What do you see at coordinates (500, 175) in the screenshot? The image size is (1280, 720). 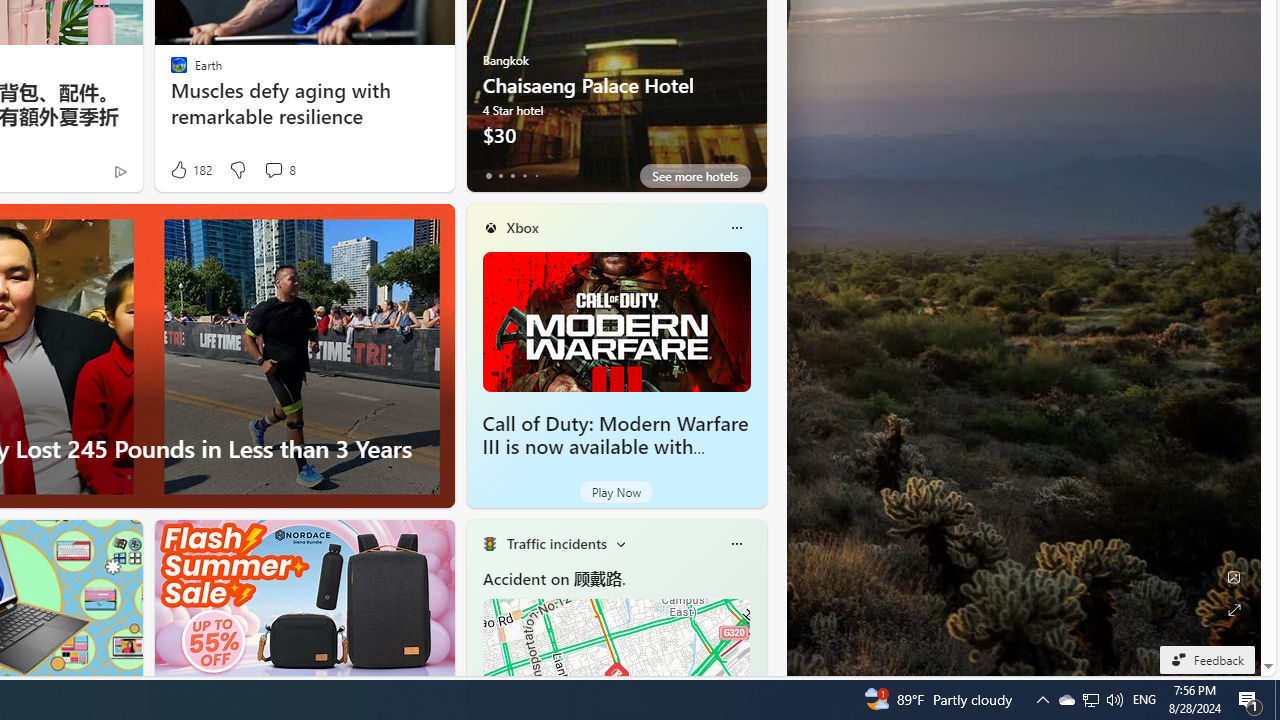 I see `'tab-1'` at bounding box center [500, 175].